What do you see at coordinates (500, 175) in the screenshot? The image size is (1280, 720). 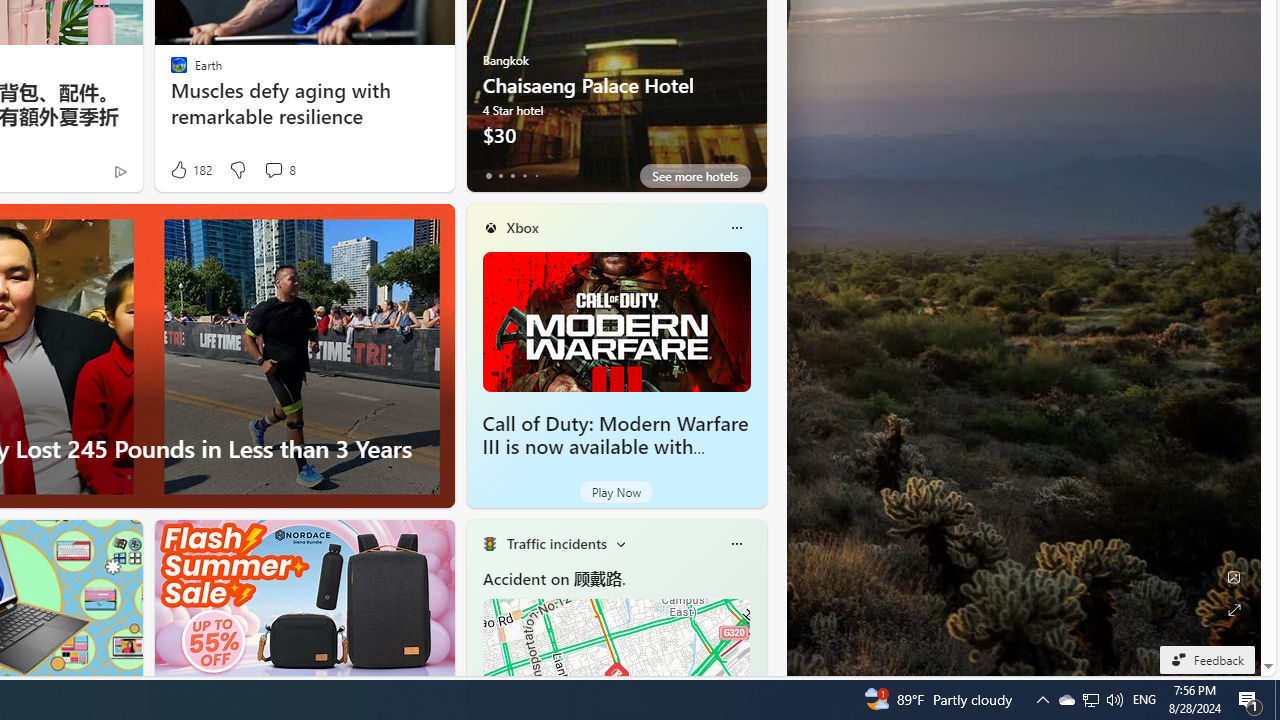 I see `'tab-1'` at bounding box center [500, 175].